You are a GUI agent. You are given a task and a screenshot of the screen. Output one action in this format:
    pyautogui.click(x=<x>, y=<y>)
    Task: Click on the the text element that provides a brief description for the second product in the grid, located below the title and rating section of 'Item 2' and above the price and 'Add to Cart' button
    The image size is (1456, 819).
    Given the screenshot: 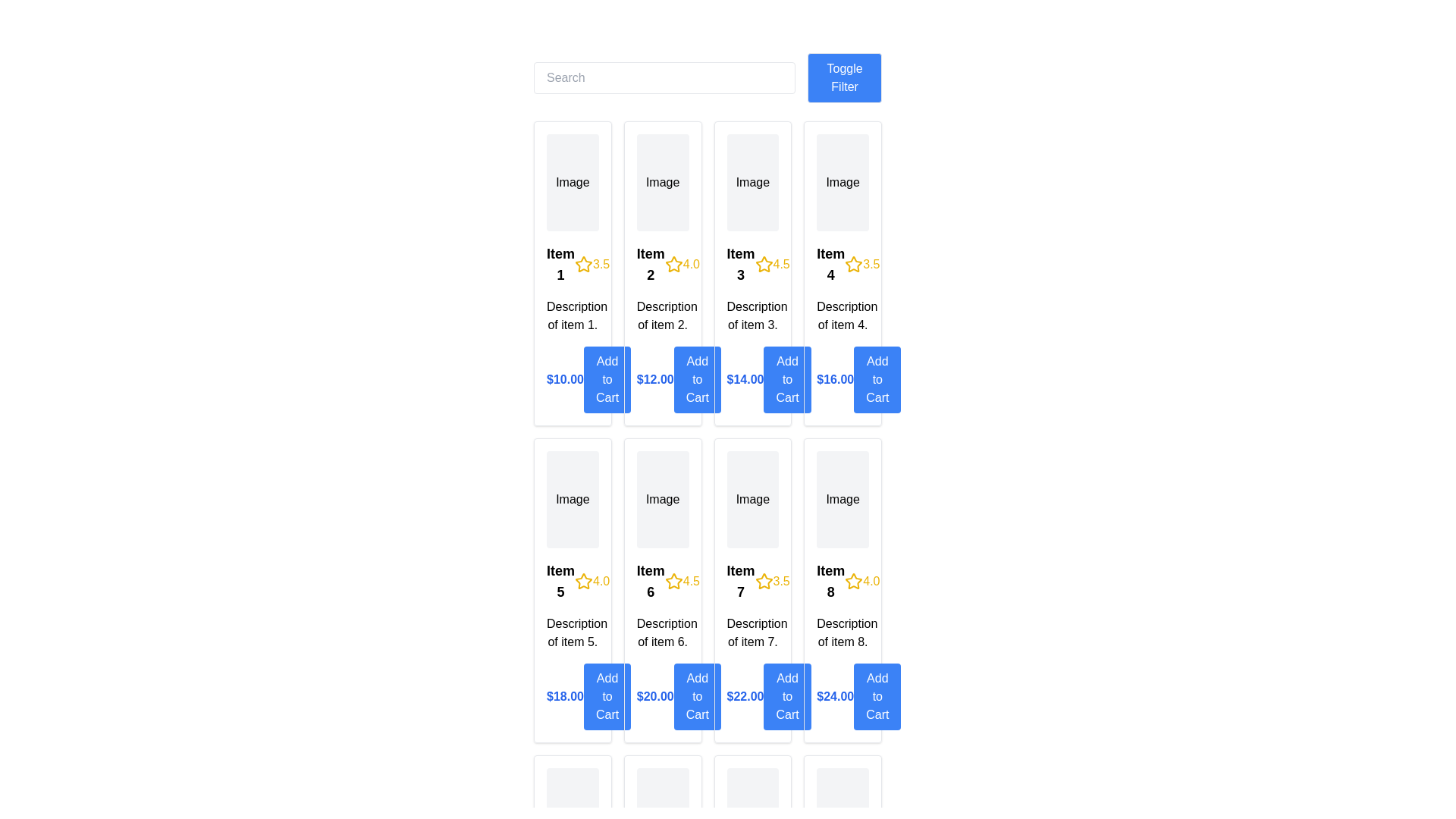 What is the action you would take?
    pyautogui.click(x=663, y=315)
    